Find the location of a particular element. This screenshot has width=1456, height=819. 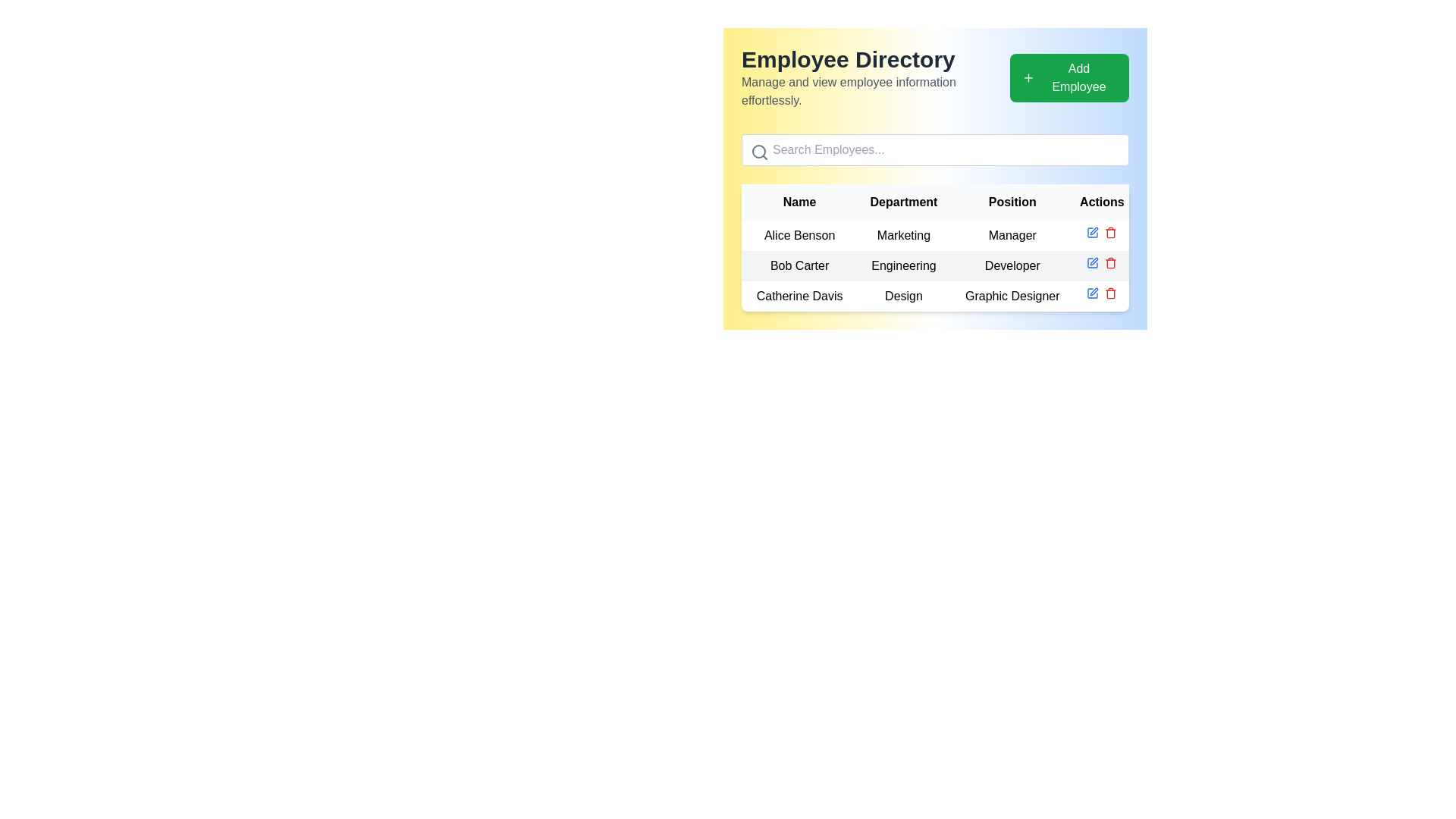

the second data row of the employee table is located at coordinates (934, 265).